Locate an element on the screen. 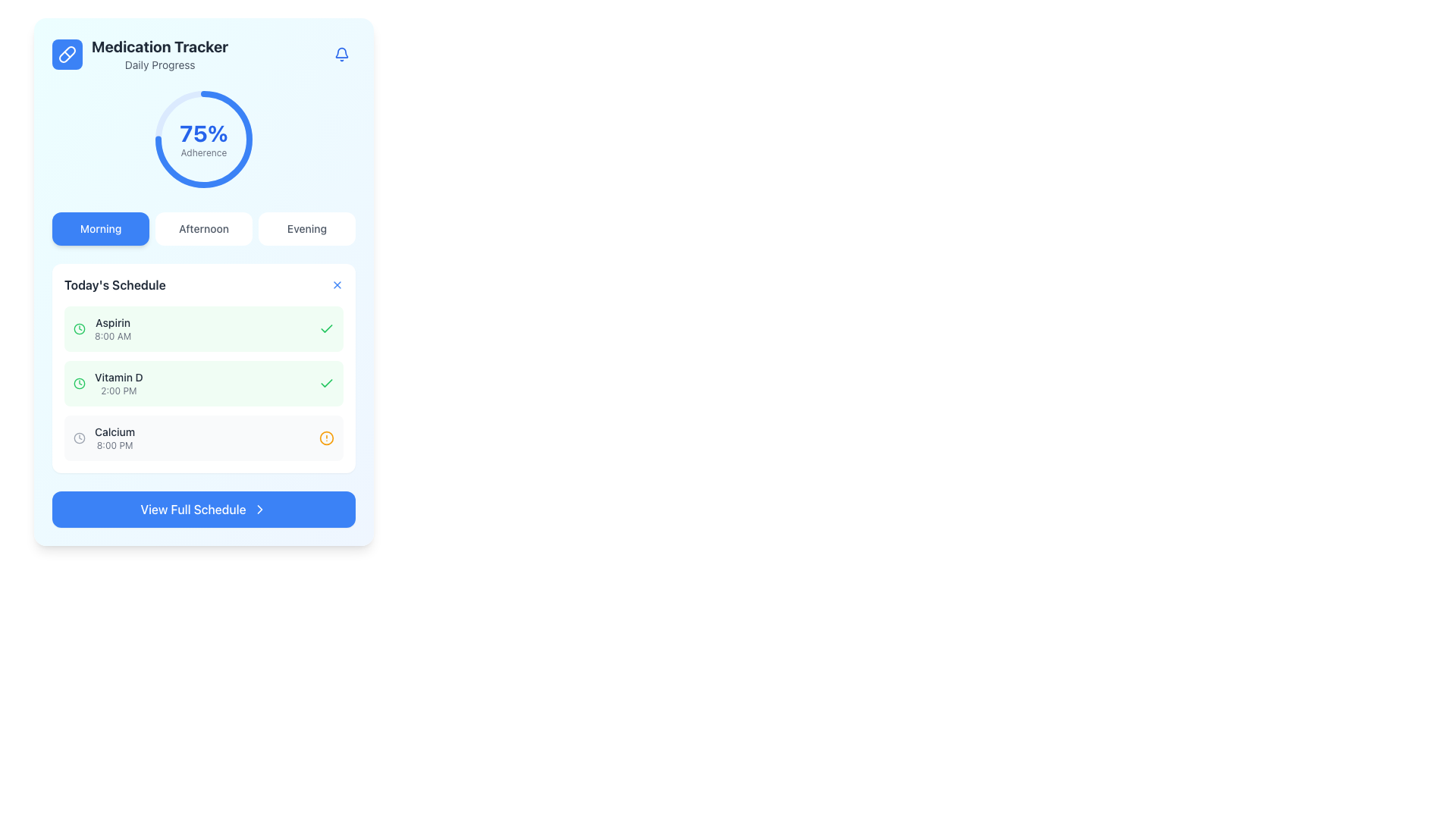 The image size is (1456, 819). the third button in a horizontal group of three, which switches to or displays the 'Evening' section of the application is located at coordinates (306, 228).